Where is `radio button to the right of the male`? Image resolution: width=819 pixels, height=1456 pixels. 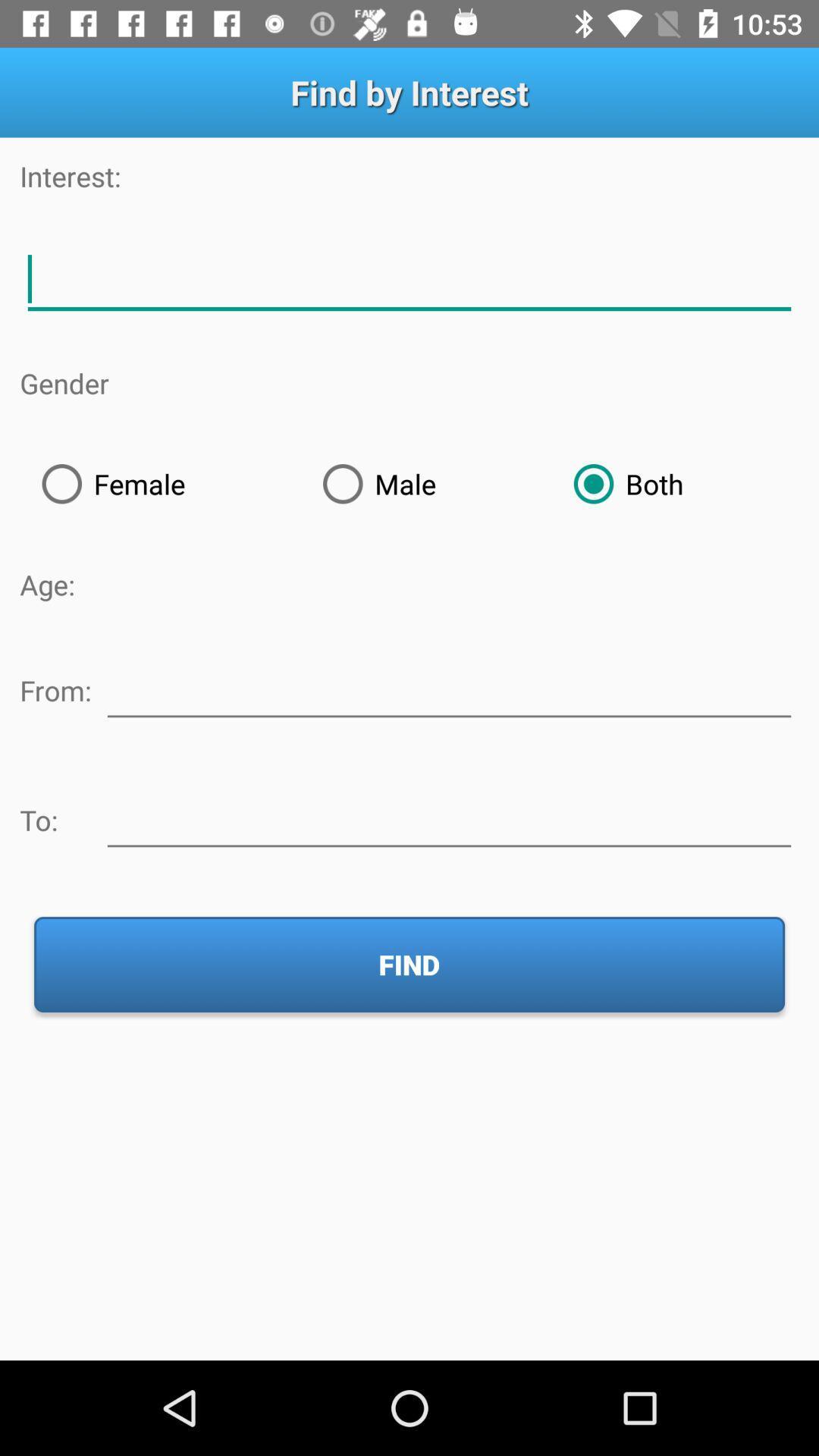
radio button to the right of the male is located at coordinates (674, 483).